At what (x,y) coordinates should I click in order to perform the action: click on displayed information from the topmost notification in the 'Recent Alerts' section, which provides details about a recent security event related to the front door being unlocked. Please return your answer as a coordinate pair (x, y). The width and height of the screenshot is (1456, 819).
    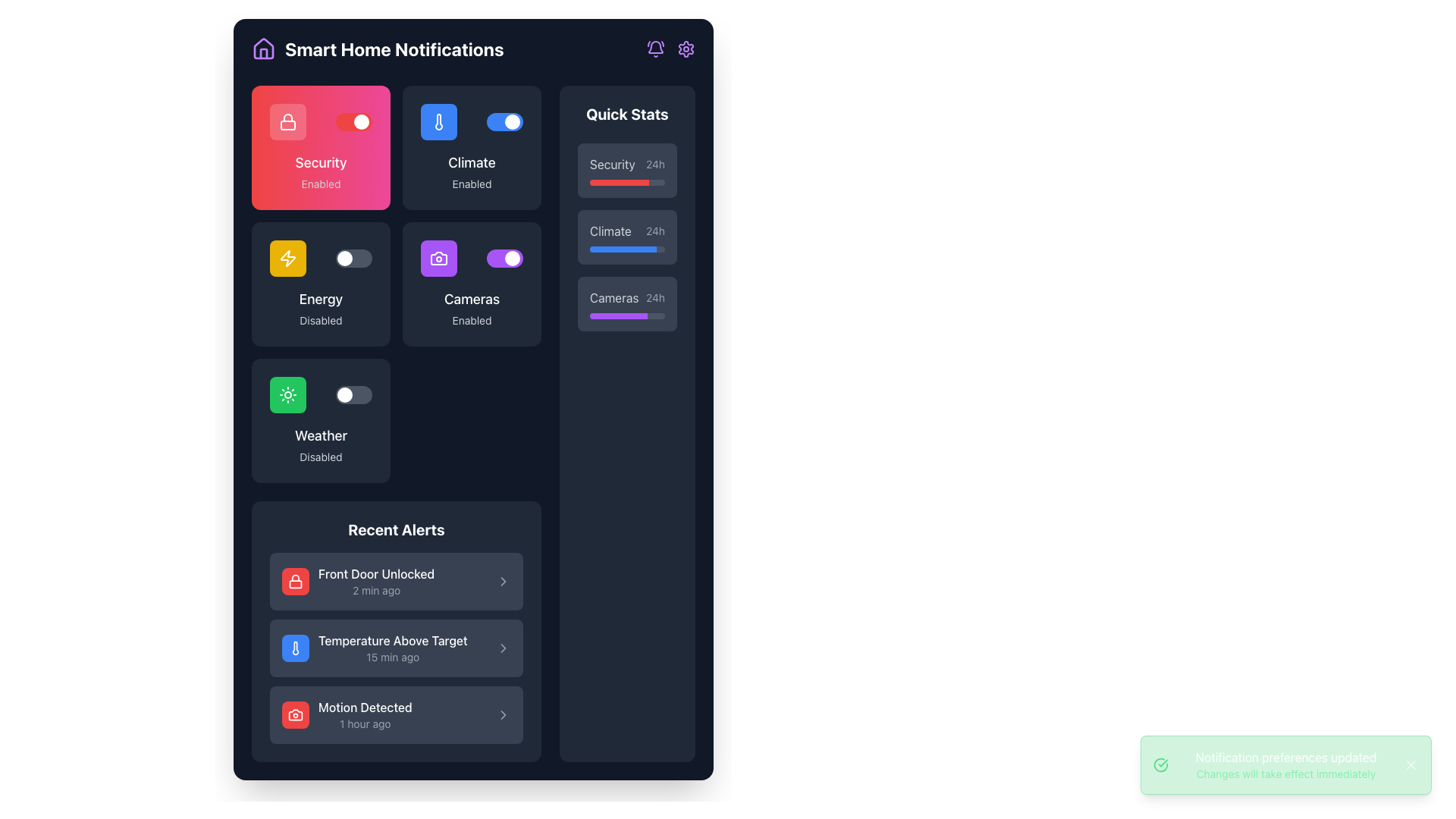
    Looking at the image, I should click on (376, 581).